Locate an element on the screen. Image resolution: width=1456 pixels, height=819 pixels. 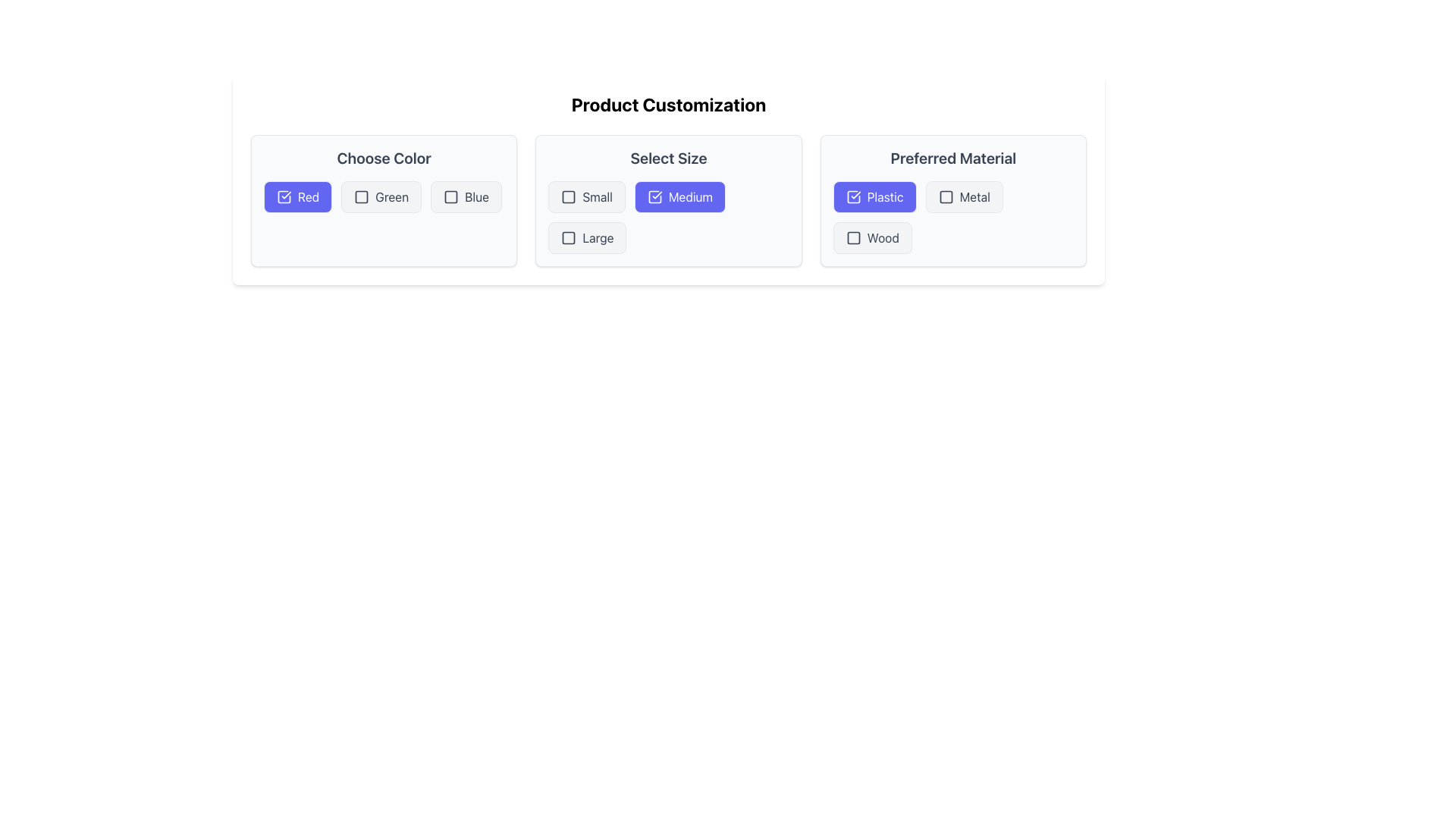
the checkbox icon next to the 'Metal' text in the 'Preferred Material' section is located at coordinates (945, 196).